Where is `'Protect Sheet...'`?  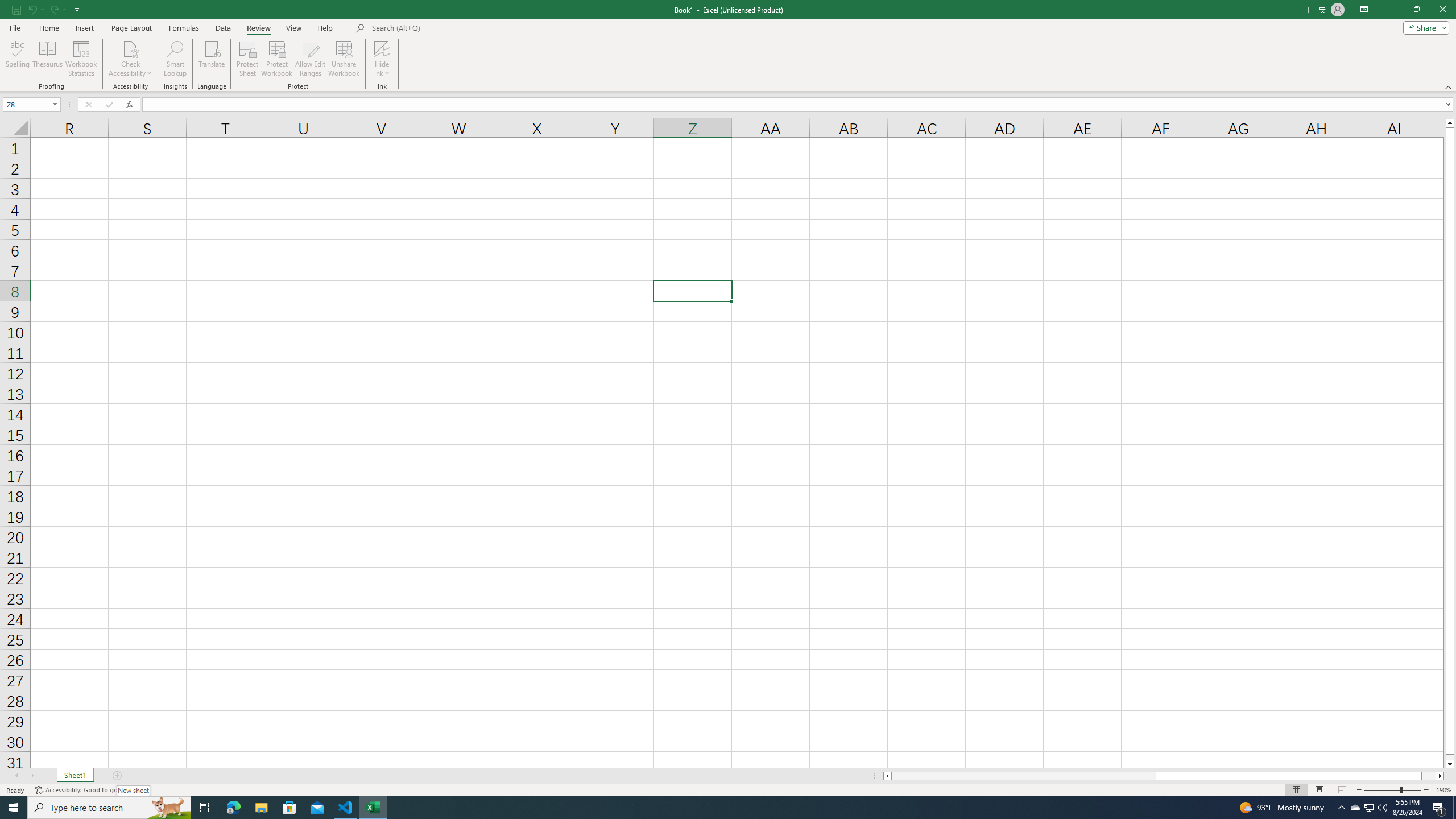 'Protect Sheet...' is located at coordinates (248, 59).